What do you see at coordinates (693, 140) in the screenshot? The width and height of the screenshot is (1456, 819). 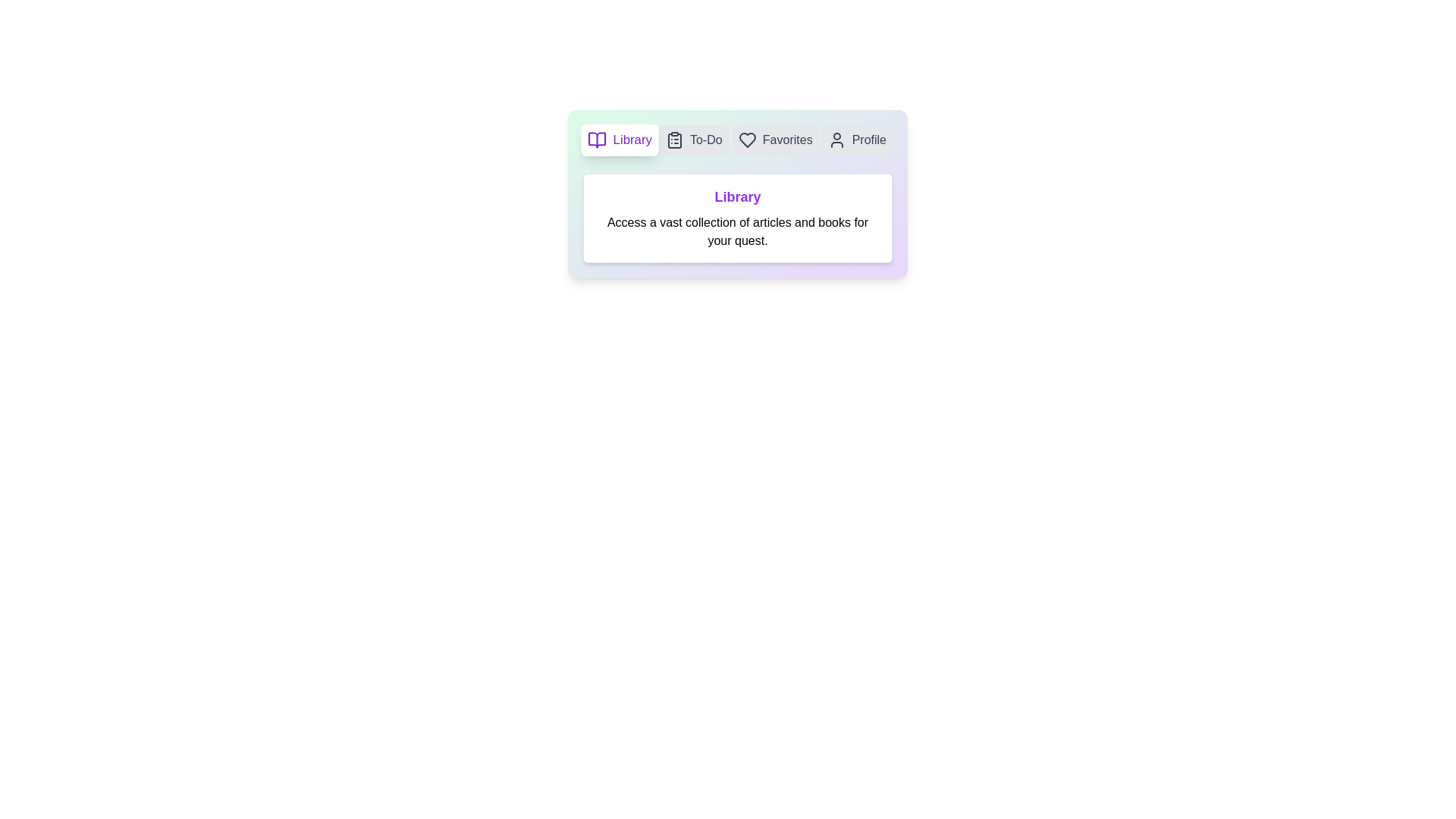 I see `the tab labeled To-Do to preview its interactive state` at bounding box center [693, 140].